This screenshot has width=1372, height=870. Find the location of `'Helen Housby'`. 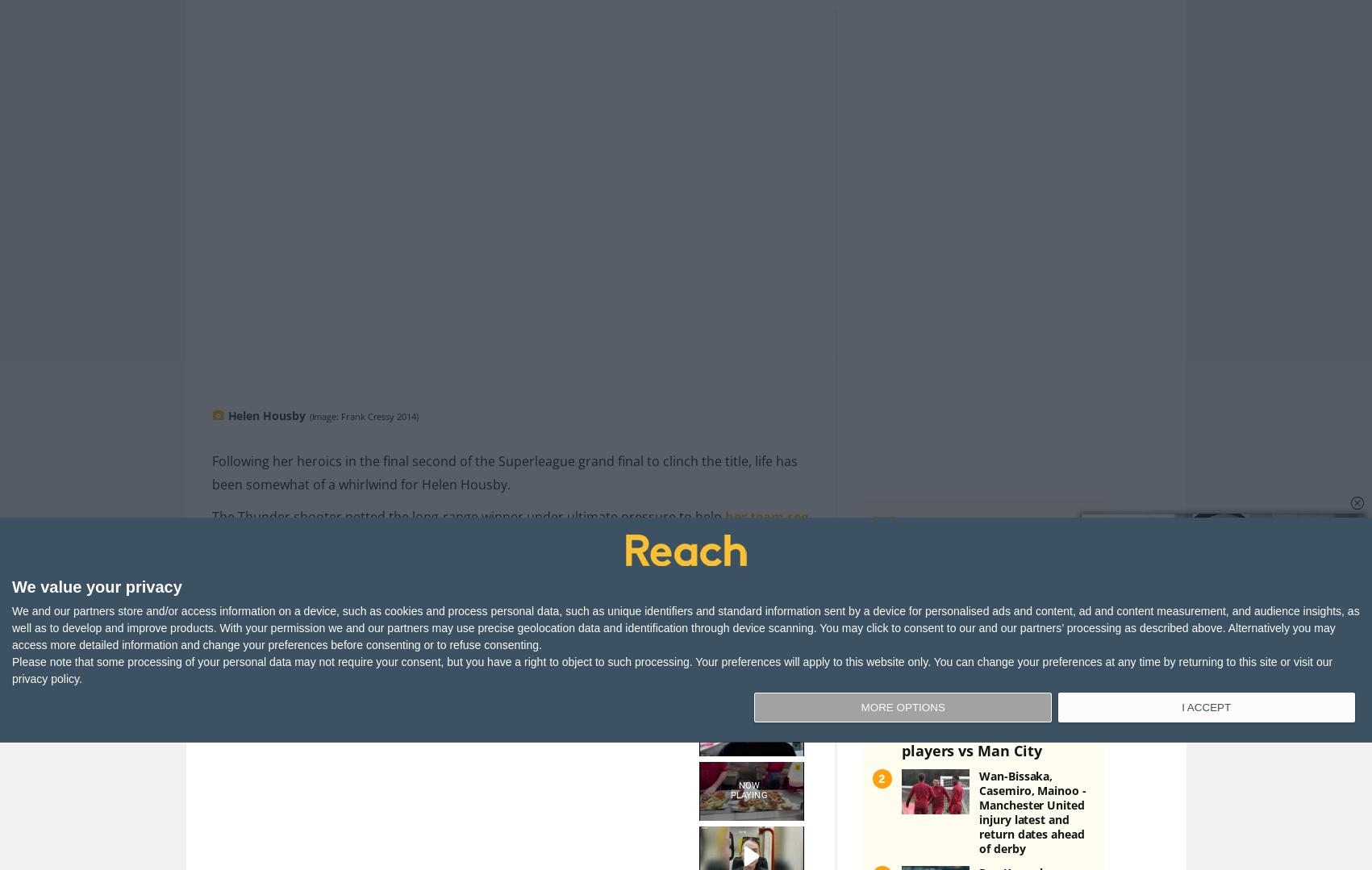

'Helen Housby' is located at coordinates (265, 388).